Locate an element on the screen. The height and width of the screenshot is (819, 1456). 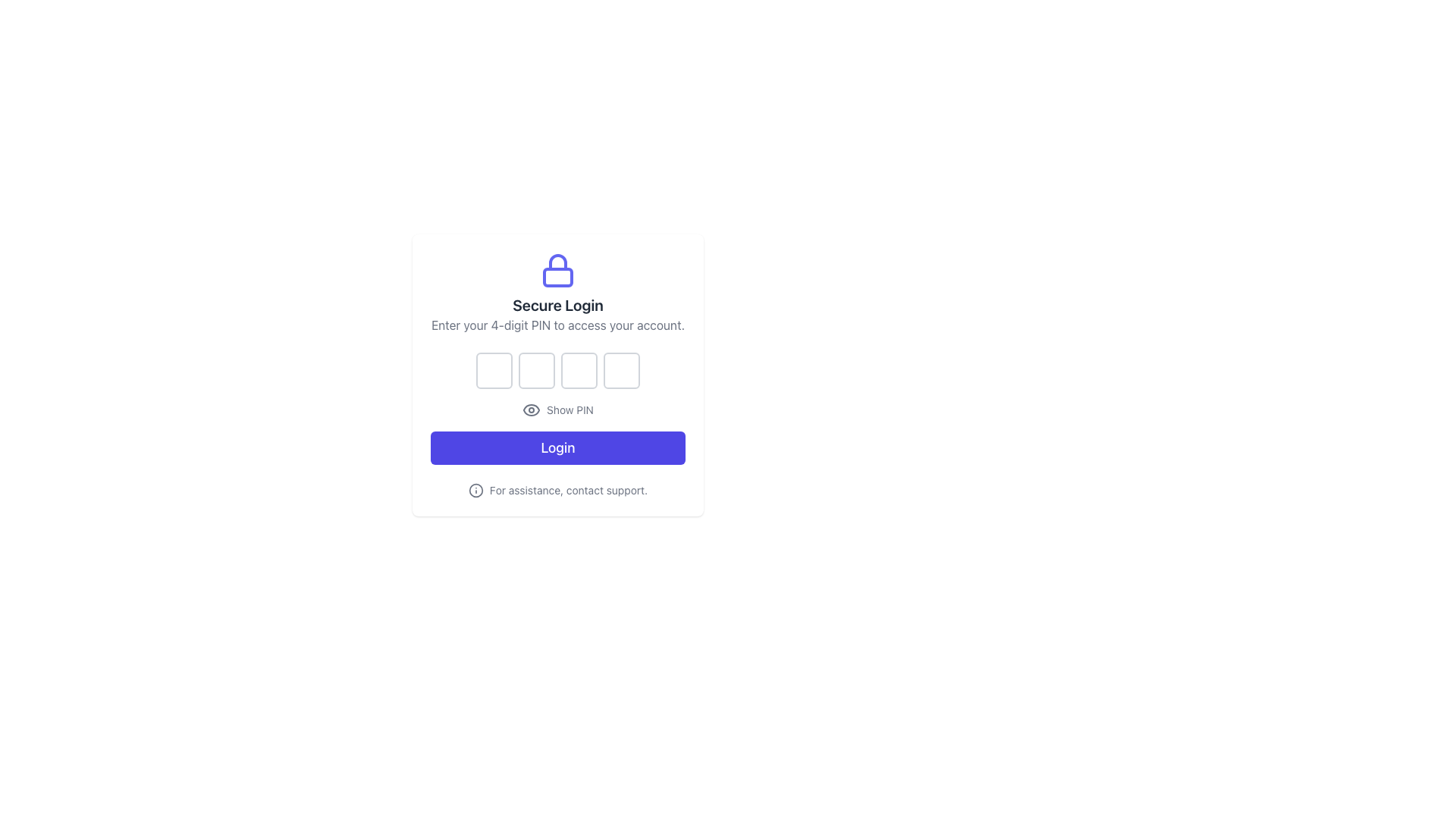
the upper section of the padlock icon representing security in the login interface is located at coordinates (557, 262).